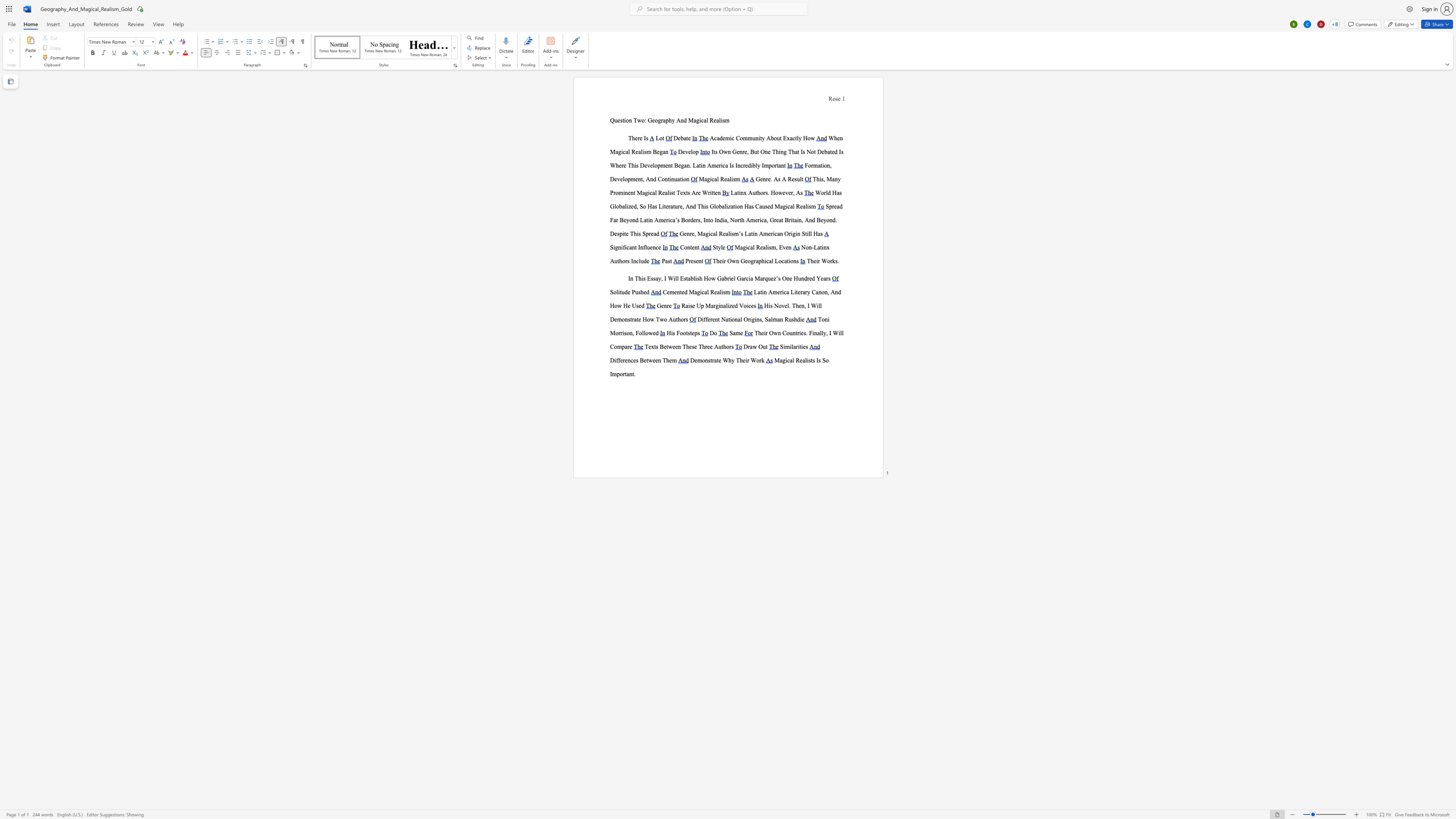 Image resolution: width=1456 pixels, height=819 pixels. What do you see at coordinates (739, 193) in the screenshot?
I see `the space between the continuous character "t" and "i" in the text` at bounding box center [739, 193].